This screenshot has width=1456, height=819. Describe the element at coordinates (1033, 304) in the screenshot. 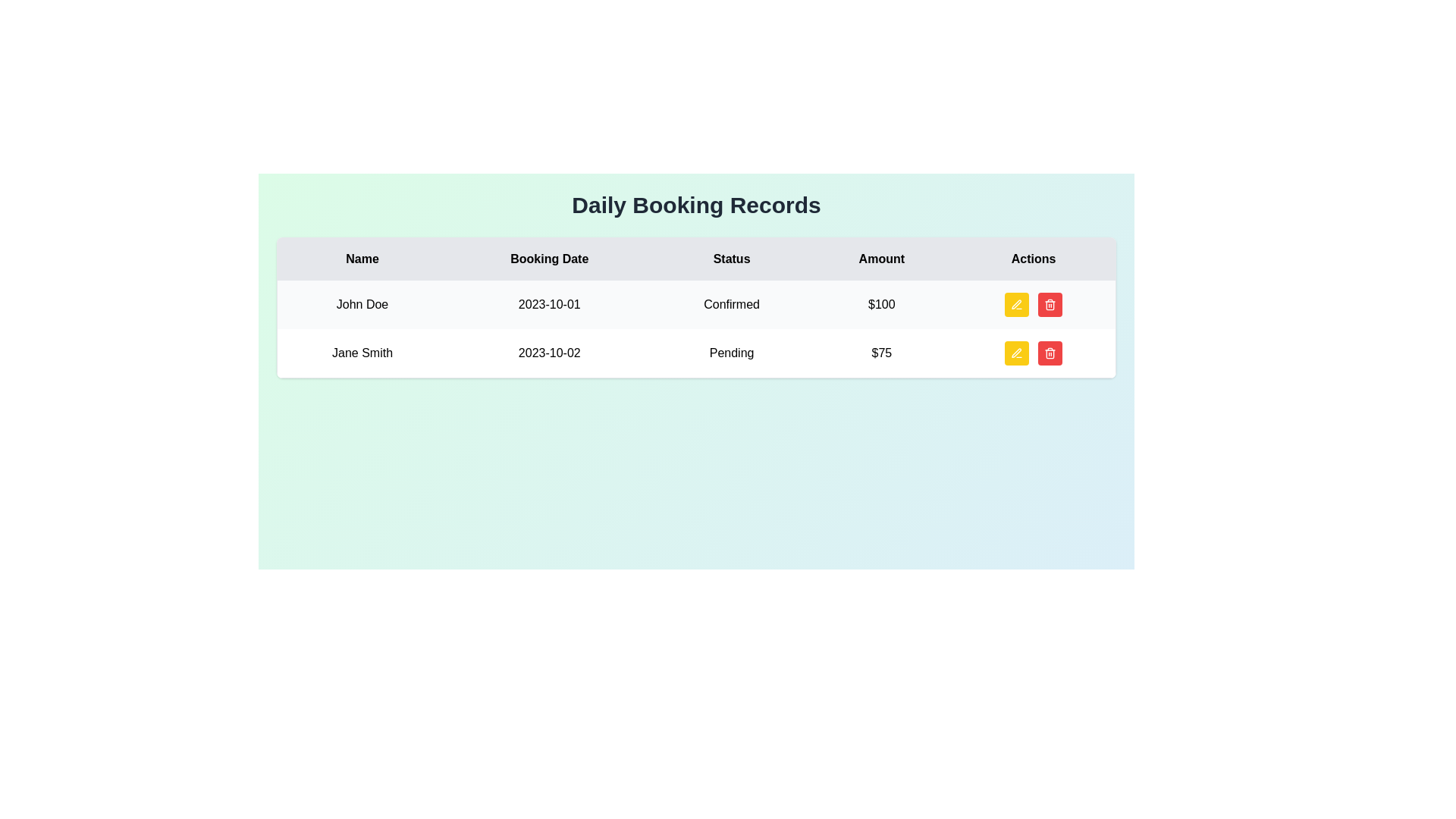

I see `the neutral circular button located in the 'Actions' column of the first row in the table layout, positioned between the 'Edit' and 'Delete' buttons` at that location.